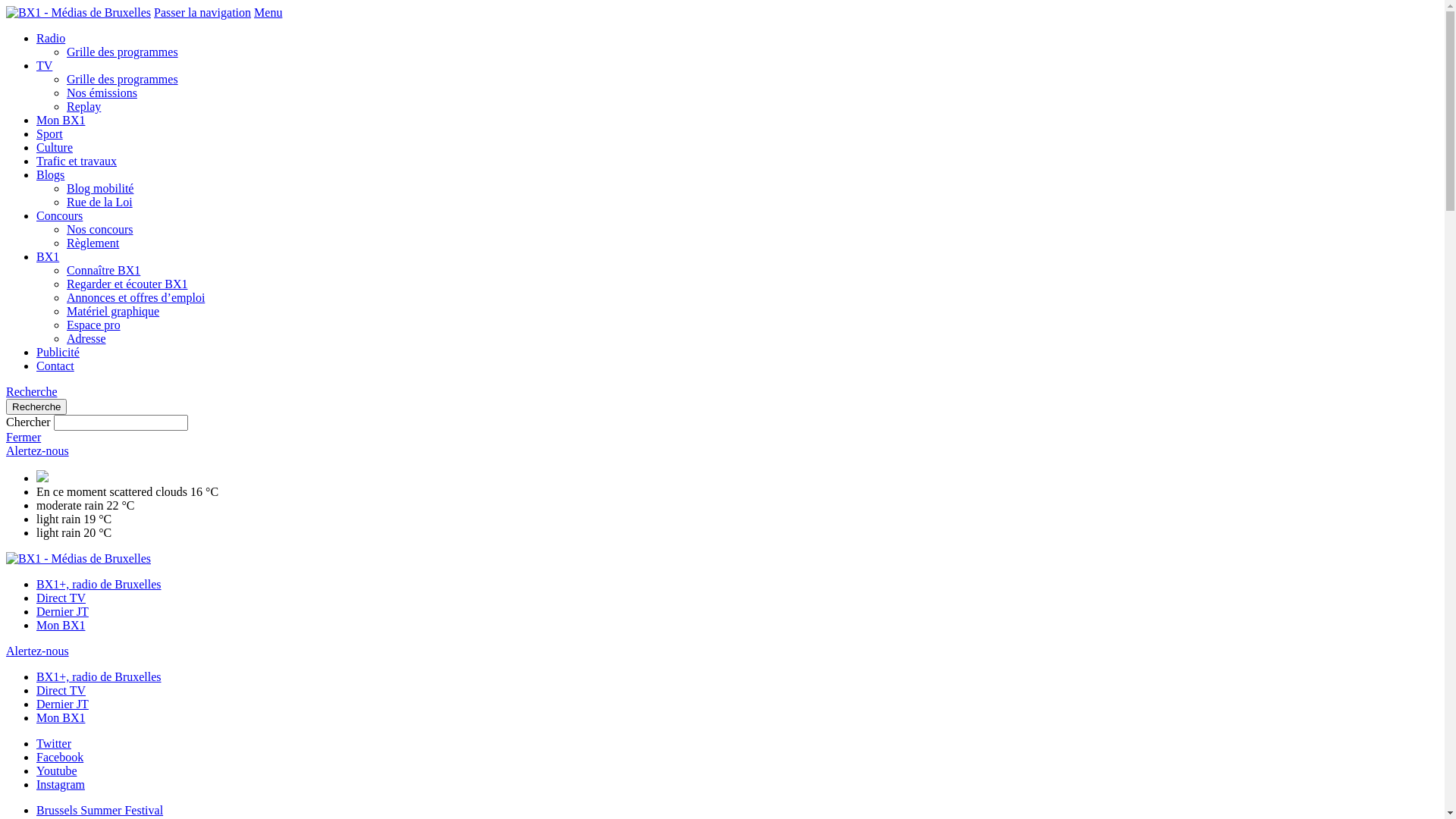  I want to click on 'Fermer', so click(23, 437).